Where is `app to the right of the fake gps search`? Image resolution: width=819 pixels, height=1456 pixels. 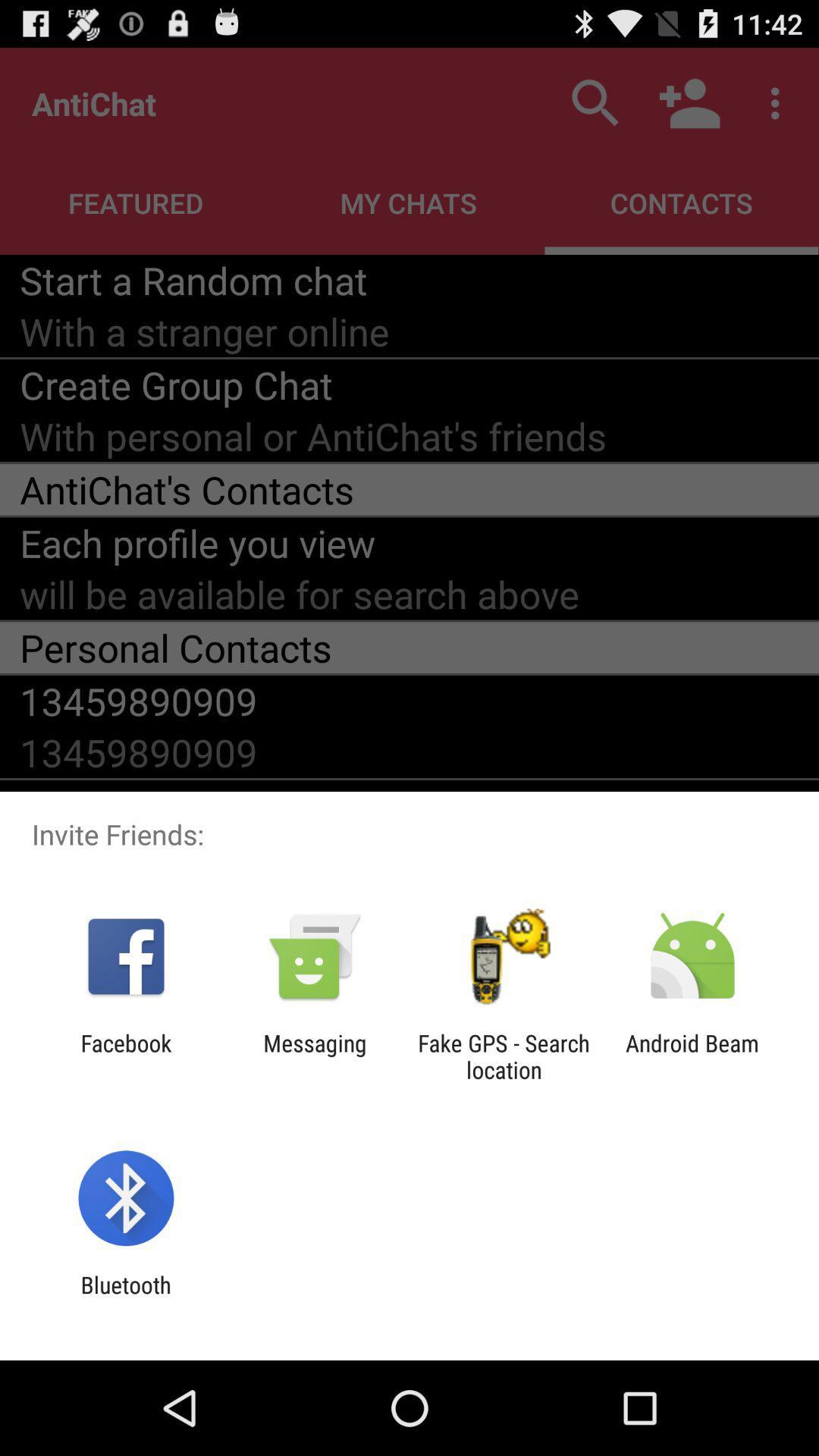 app to the right of the fake gps search is located at coordinates (692, 1056).